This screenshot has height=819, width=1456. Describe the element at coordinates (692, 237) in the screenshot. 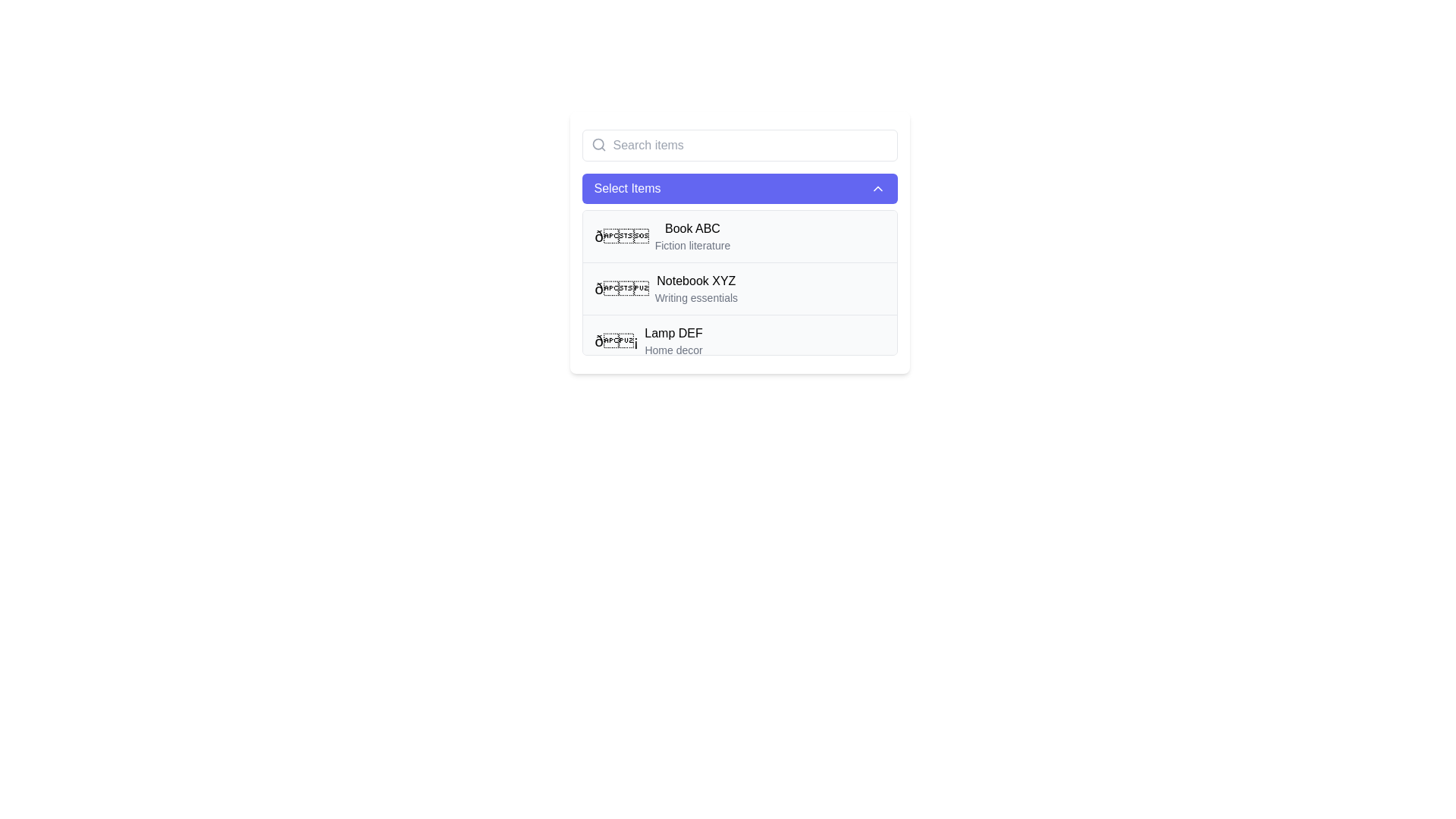

I see `the list item displaying 'Book ABC' with the description 'Fiction literature'` at that location.